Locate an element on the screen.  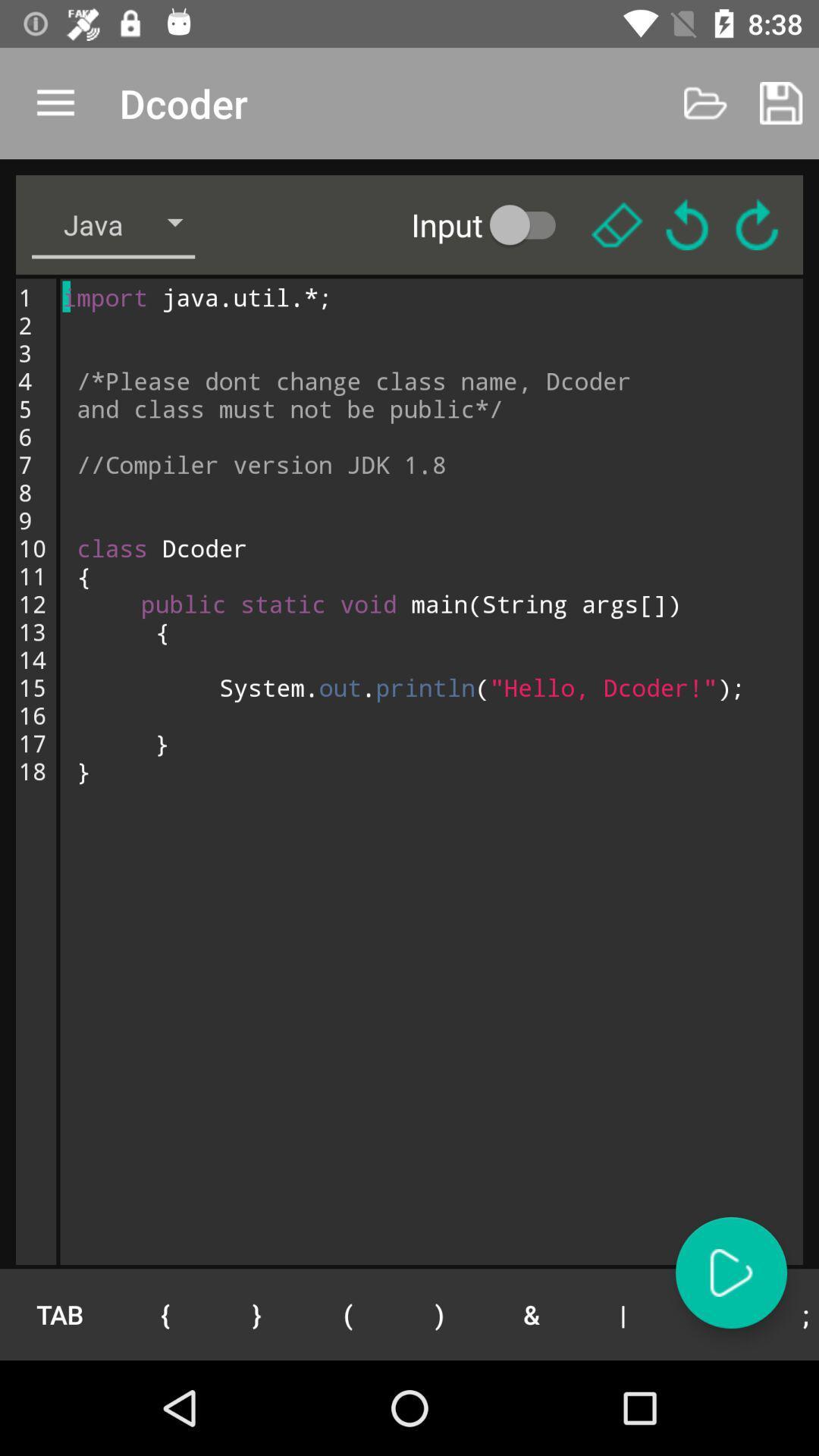
to compile the program is located at coordinates (730, 1272).